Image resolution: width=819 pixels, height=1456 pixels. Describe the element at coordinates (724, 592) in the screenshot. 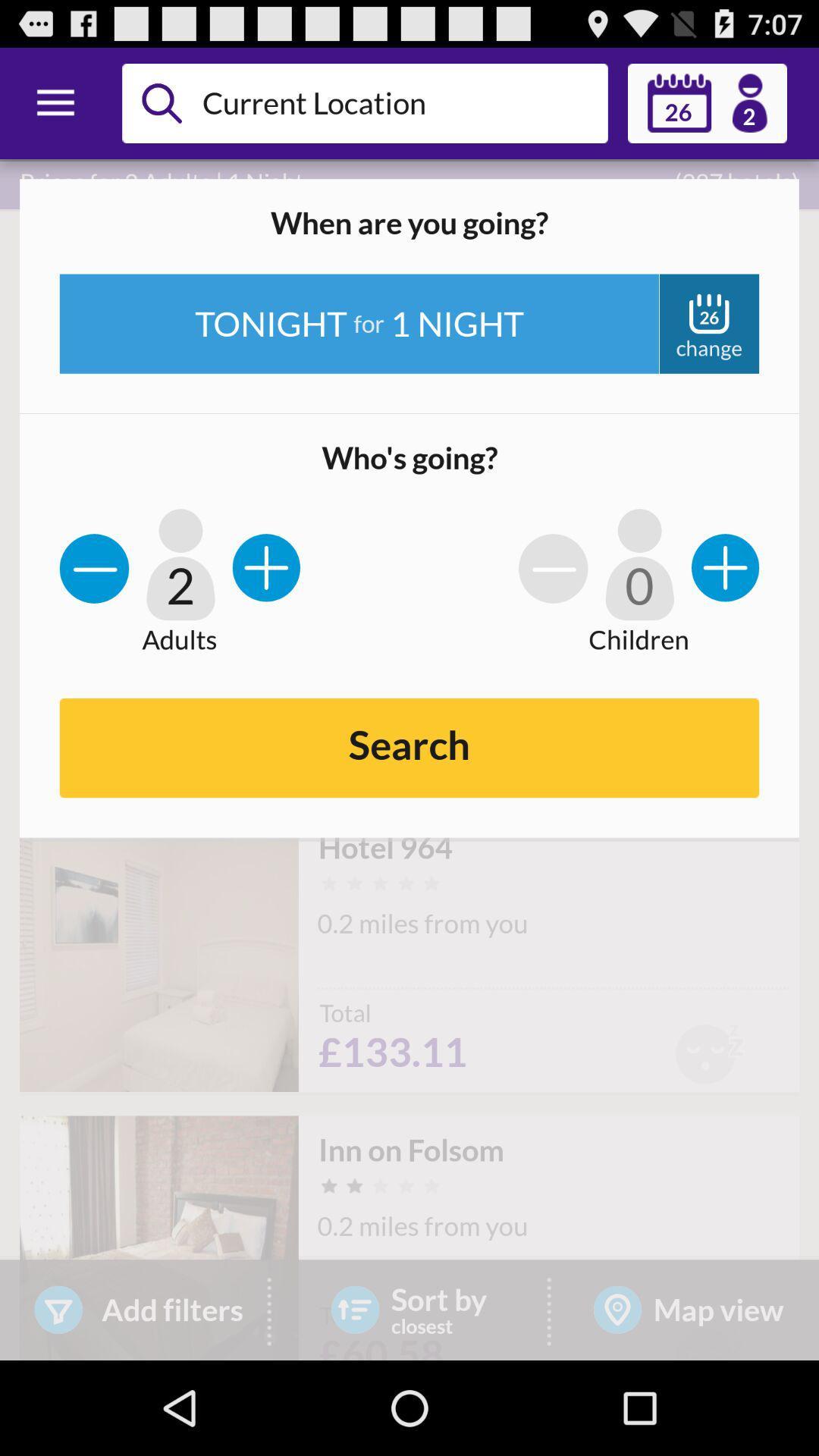

I see `the add icon` at that location.